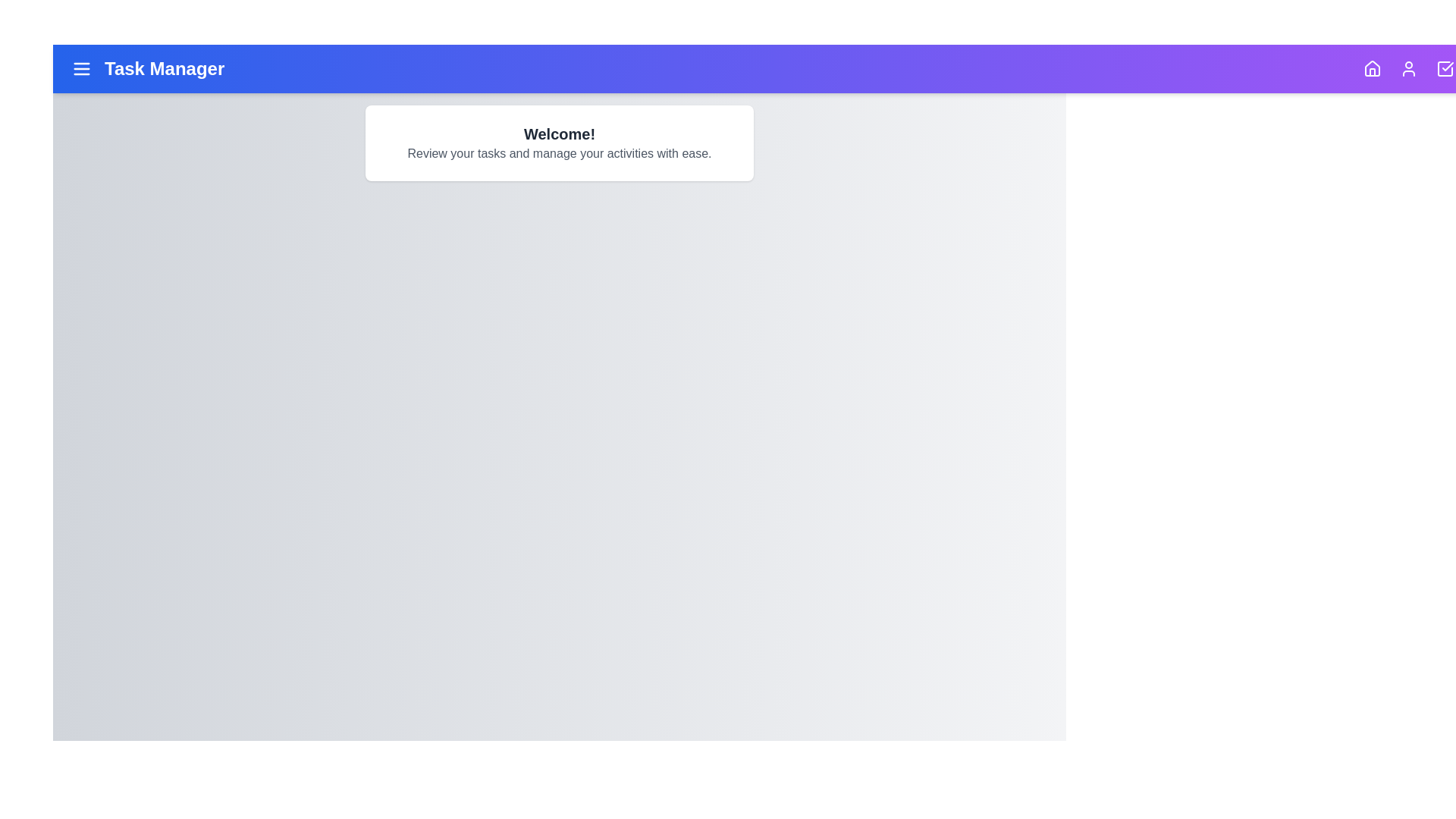 The height and width of the screenshot is (819, 1456). I want to click on the static text in the main content area, so click(559, 143).